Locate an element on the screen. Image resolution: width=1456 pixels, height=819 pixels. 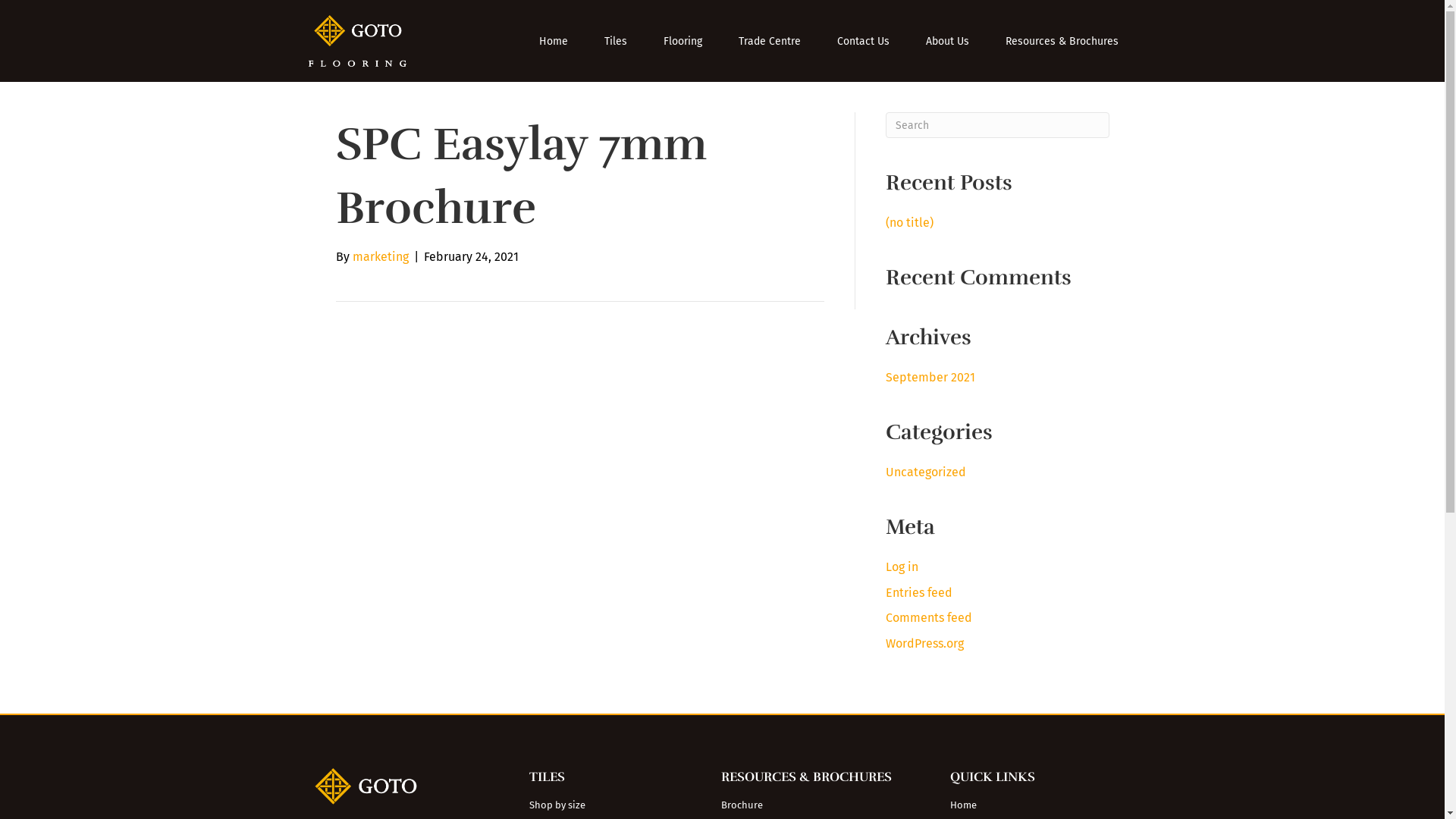
'Shop by size' is located at coordinates (610, 805).